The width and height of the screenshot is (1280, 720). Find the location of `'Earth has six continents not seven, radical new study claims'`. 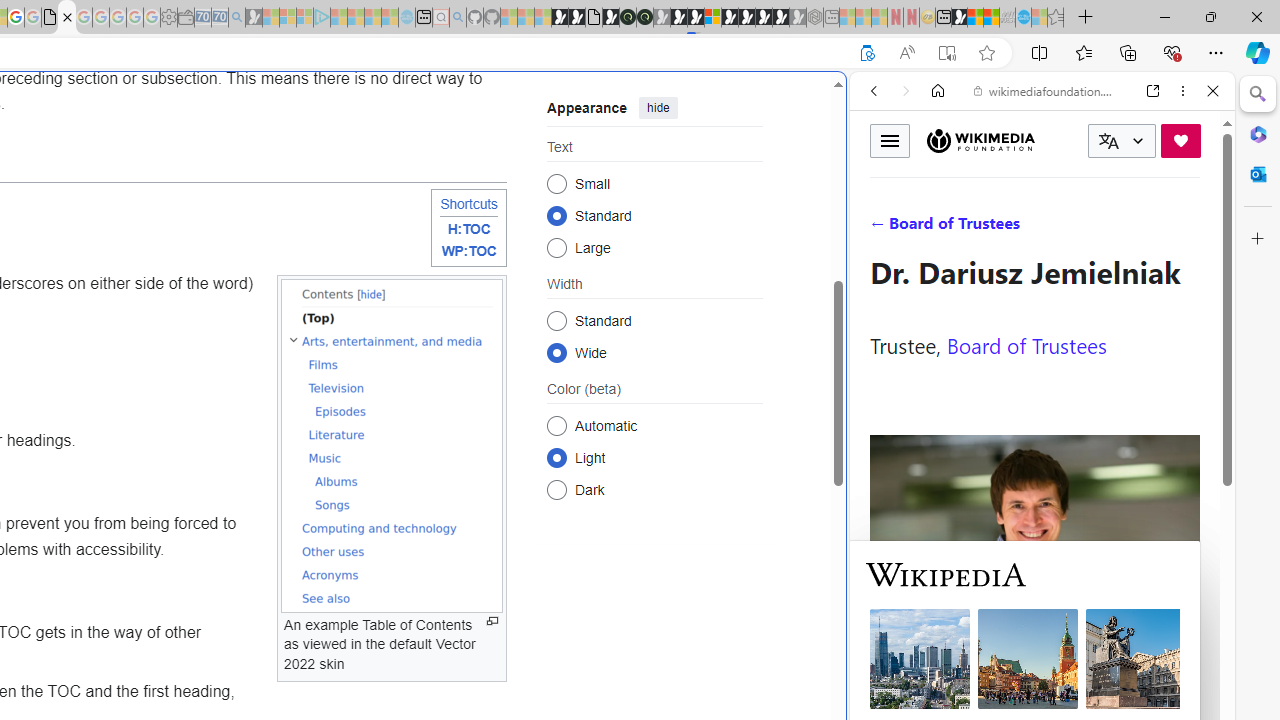

'Earth has six continents not seven, radical new study claims' is located at coordinates (992, 17).